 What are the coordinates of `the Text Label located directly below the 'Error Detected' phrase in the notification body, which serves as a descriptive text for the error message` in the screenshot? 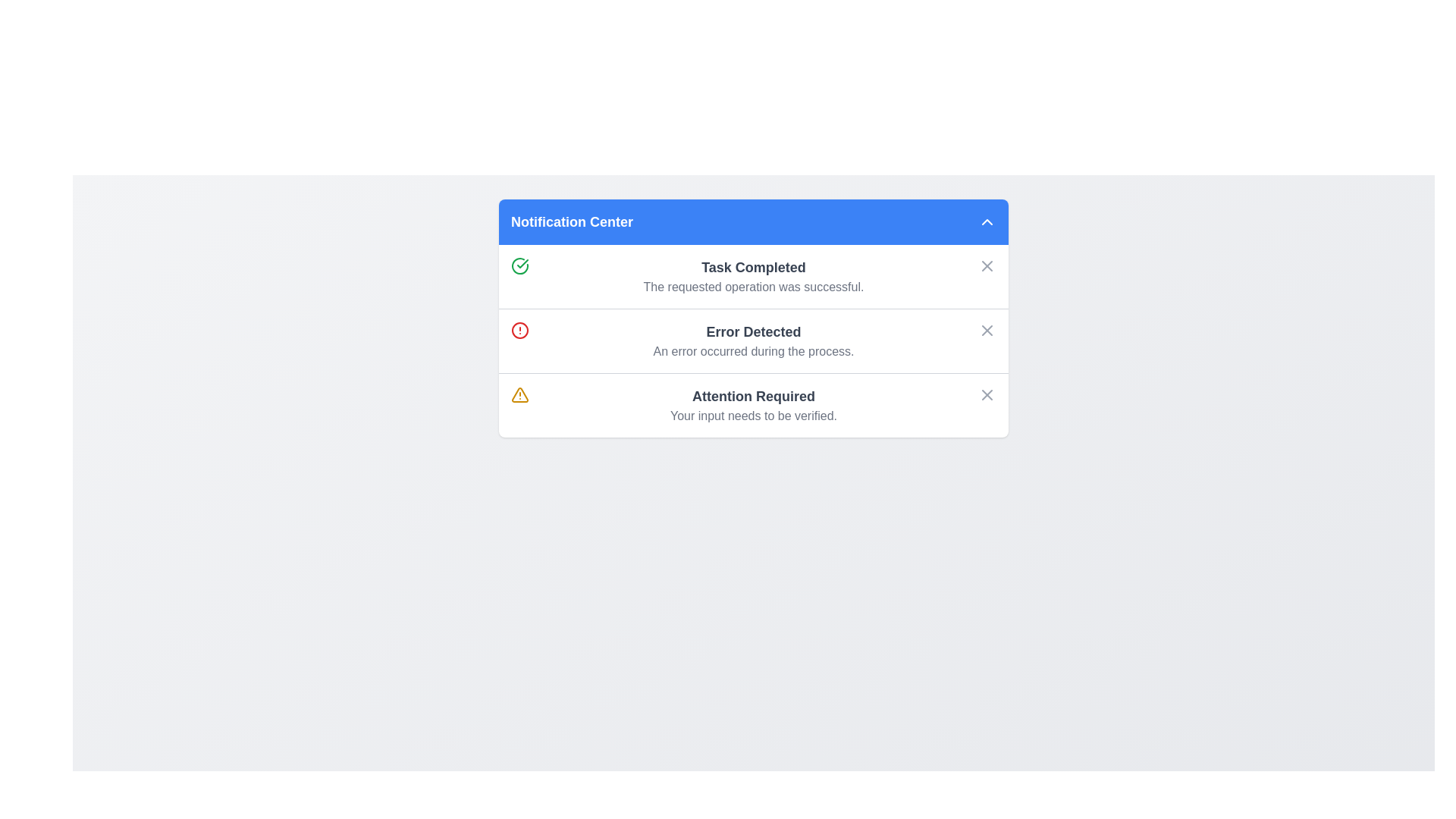 It's located at (753, 351).